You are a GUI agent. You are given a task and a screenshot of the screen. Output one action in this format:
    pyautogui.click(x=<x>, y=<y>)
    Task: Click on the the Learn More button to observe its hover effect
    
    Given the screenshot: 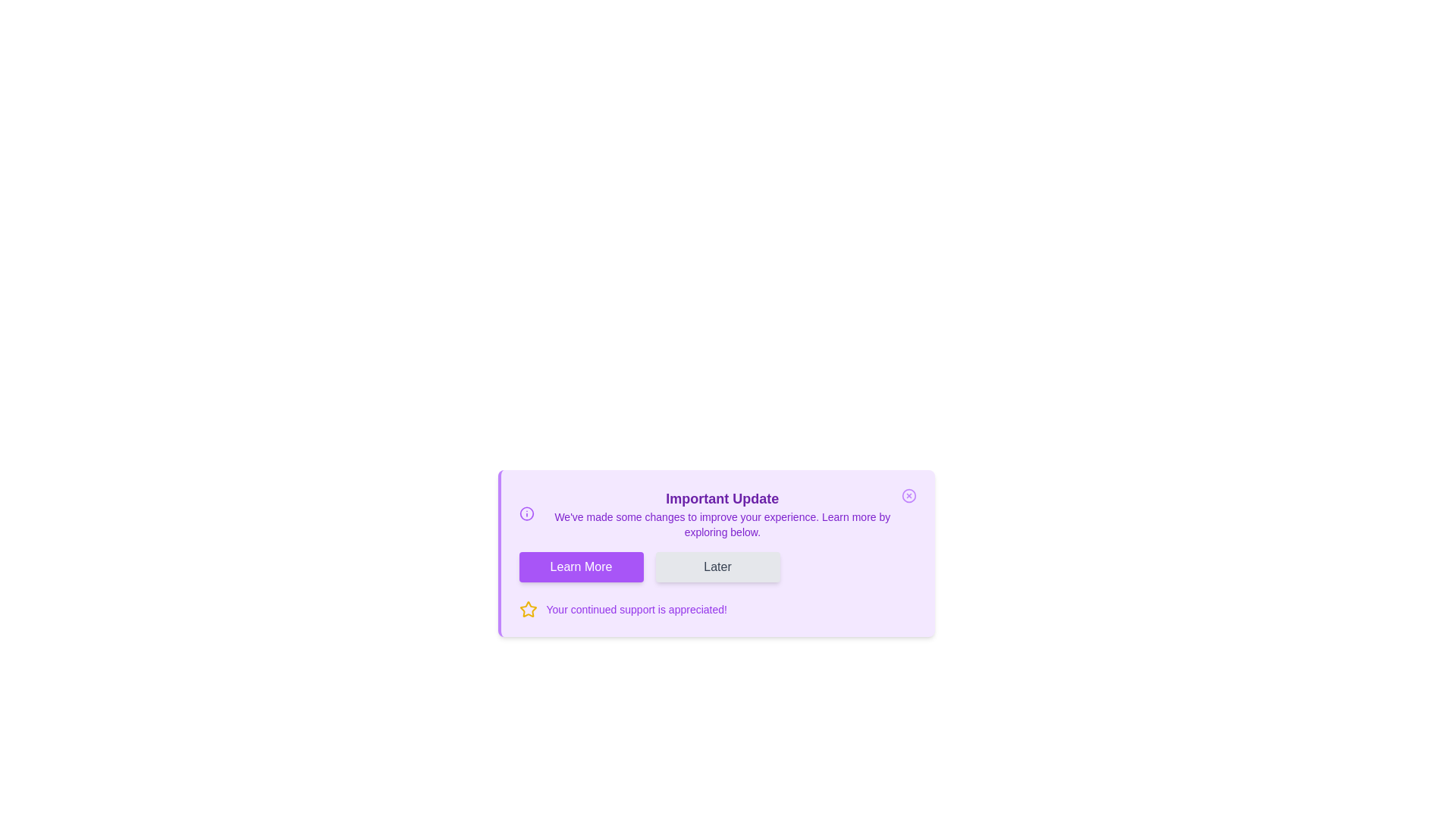 What is the action you would take?
    pyautogui.click(x=580, y=567)
    